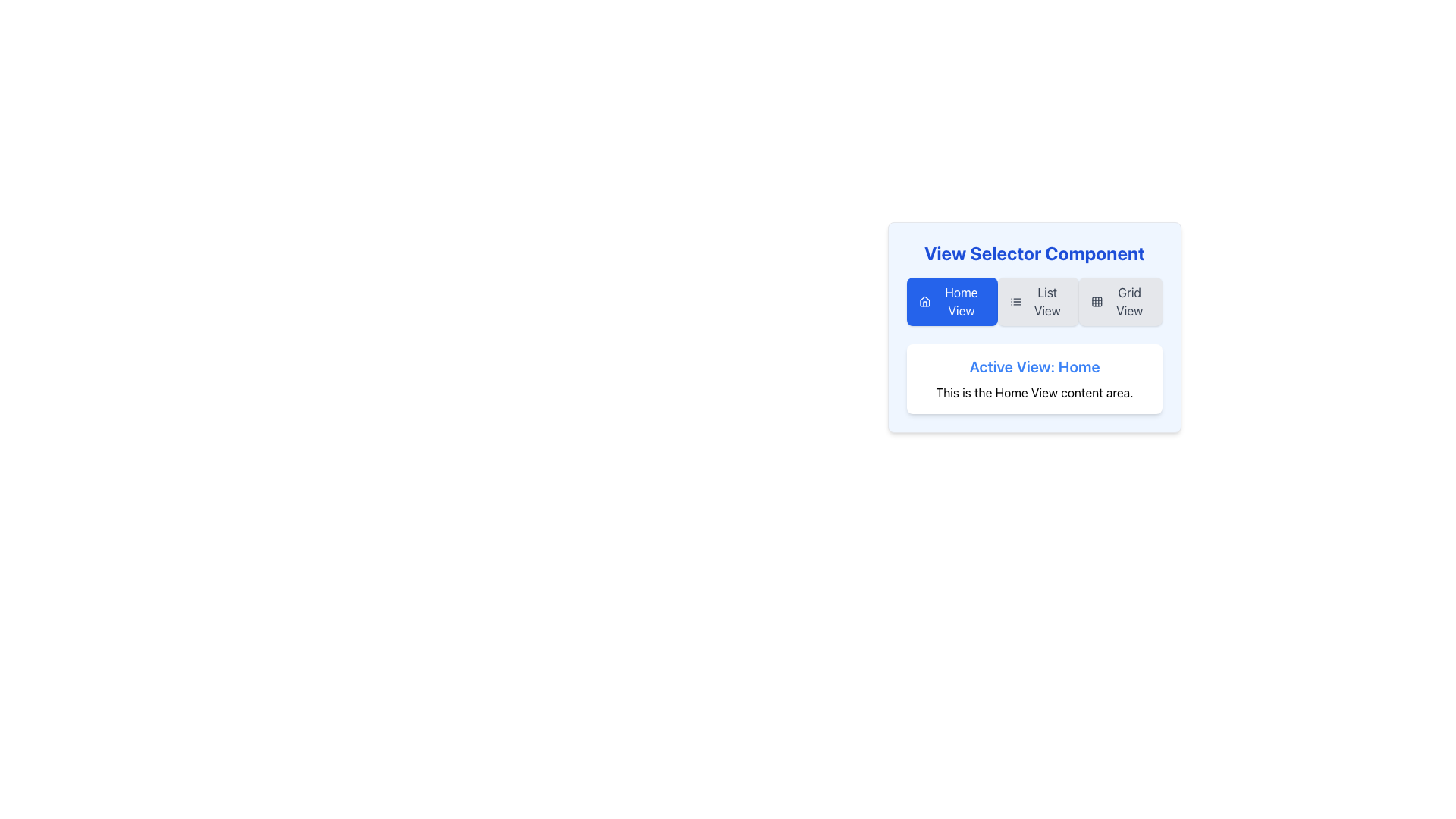 This screenshot has height=819, width=1456. Describe the element at coordinates (1037, 301) in the screenshot. I see `the 'List View' button, which features a light gray background, dark gray text, and a list icon` at that location.